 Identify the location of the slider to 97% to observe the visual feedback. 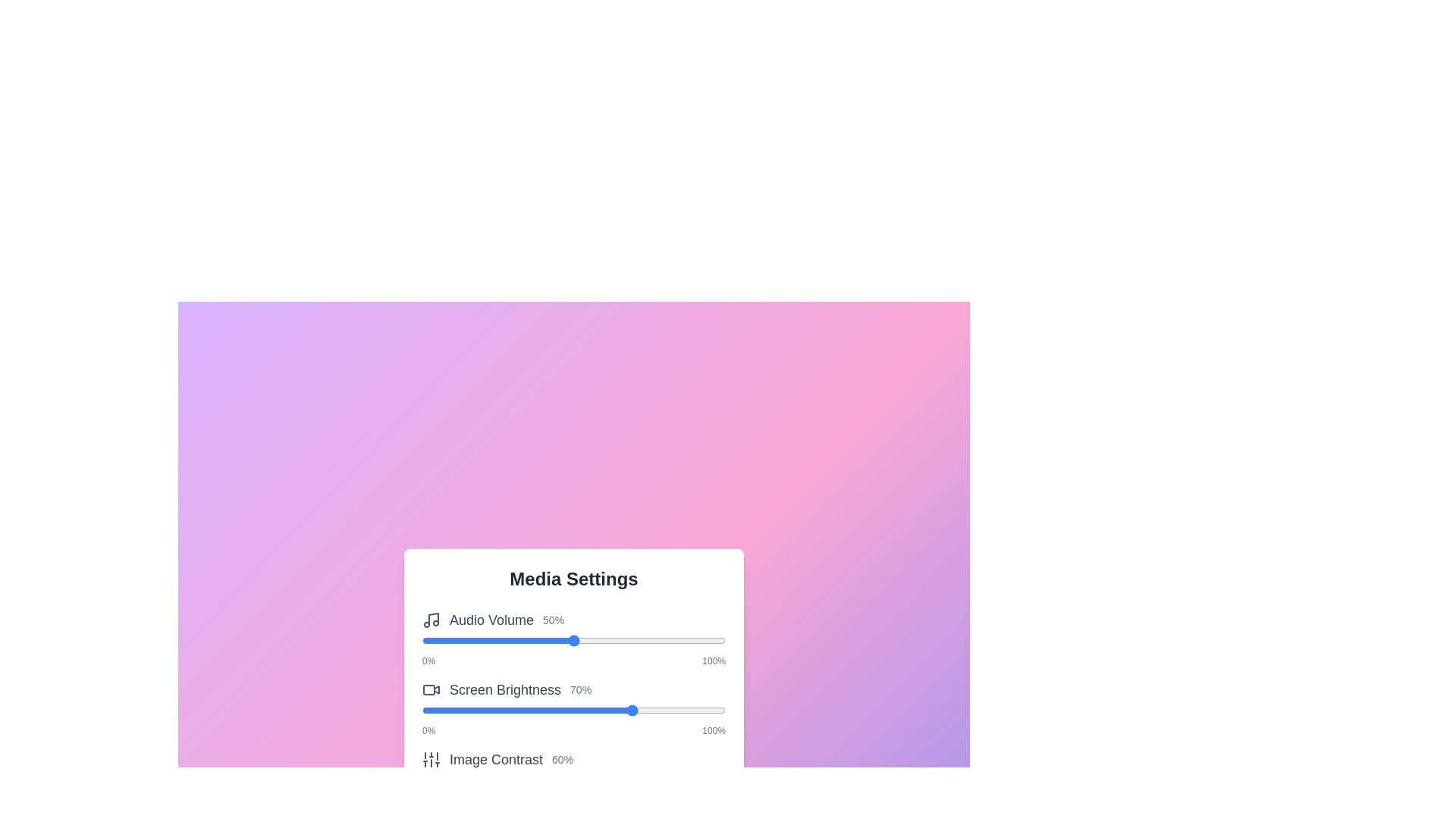
(716, 640).